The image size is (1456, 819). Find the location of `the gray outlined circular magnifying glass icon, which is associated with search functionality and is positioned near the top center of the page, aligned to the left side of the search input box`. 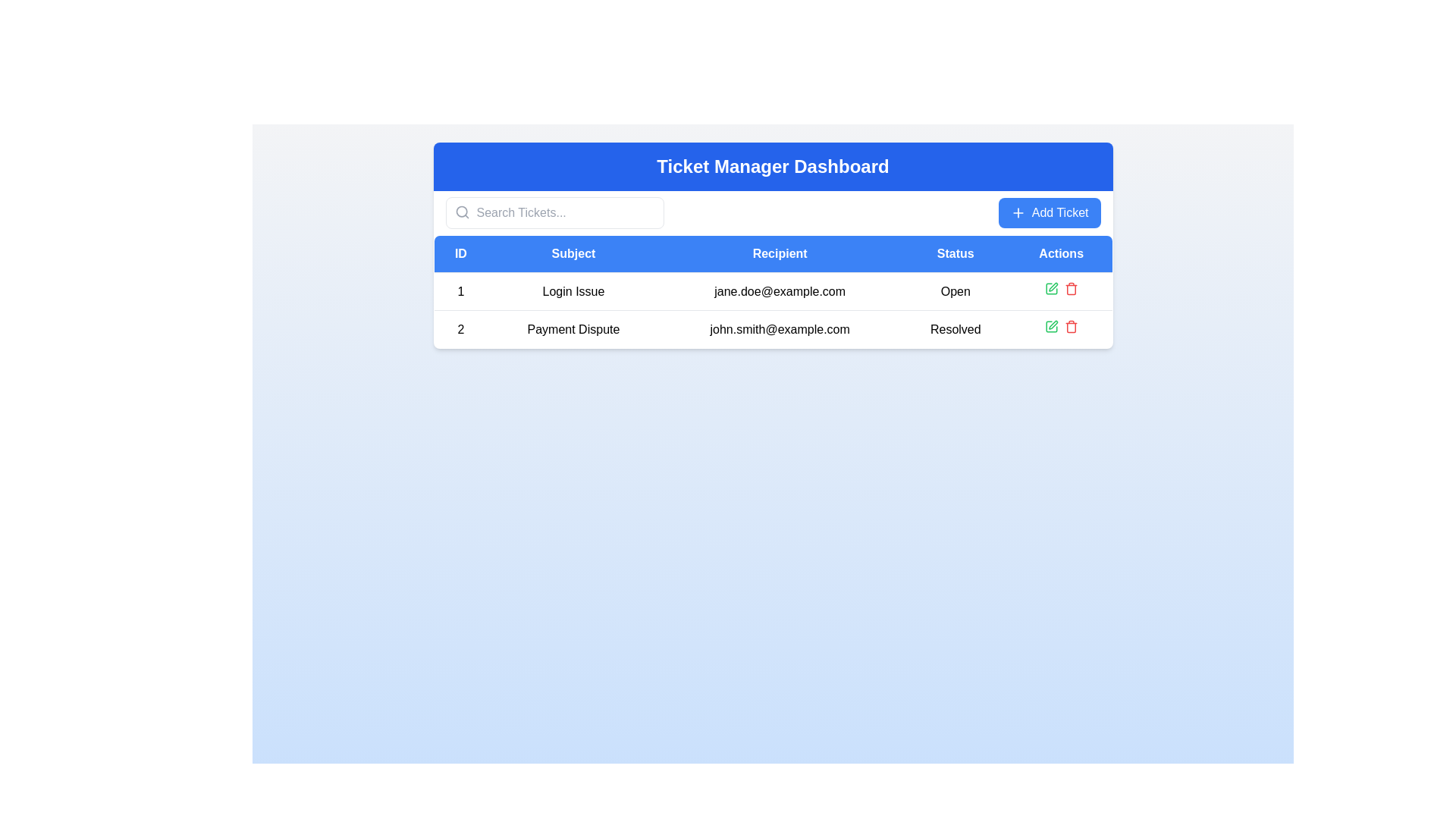

the gray outlined circular magnifying glass icon, which is associated with search functionality and is positioned near the top center of the page, aligned to the left side of the search input box is located at coordinates (461, 212).